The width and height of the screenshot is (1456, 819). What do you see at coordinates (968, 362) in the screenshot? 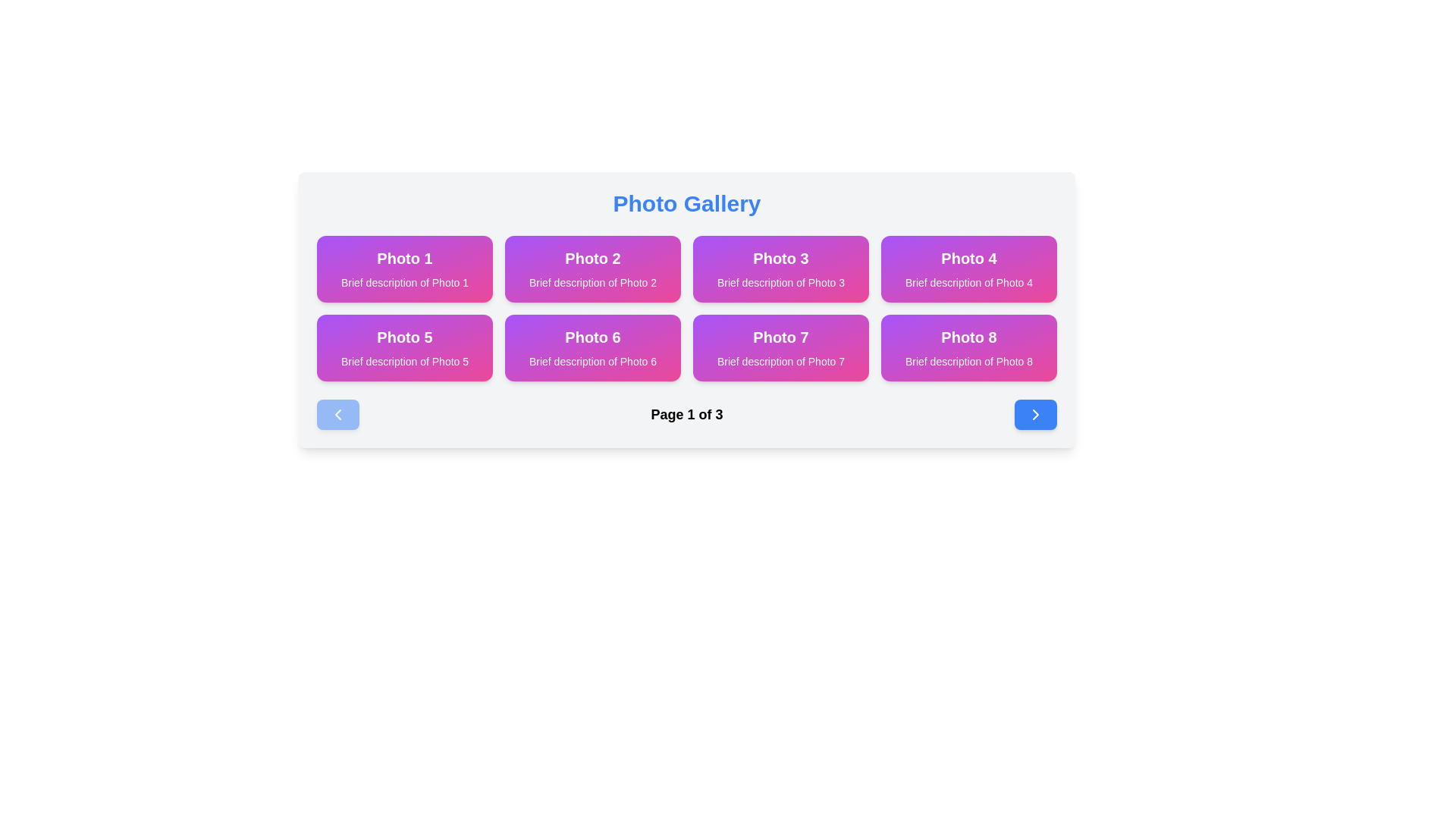
I see `text label that displays 'Brief description of Photo 8', which is styled in white text against a gradient background and located below the title 'Photo 8'` at bounding box center [968, 362].